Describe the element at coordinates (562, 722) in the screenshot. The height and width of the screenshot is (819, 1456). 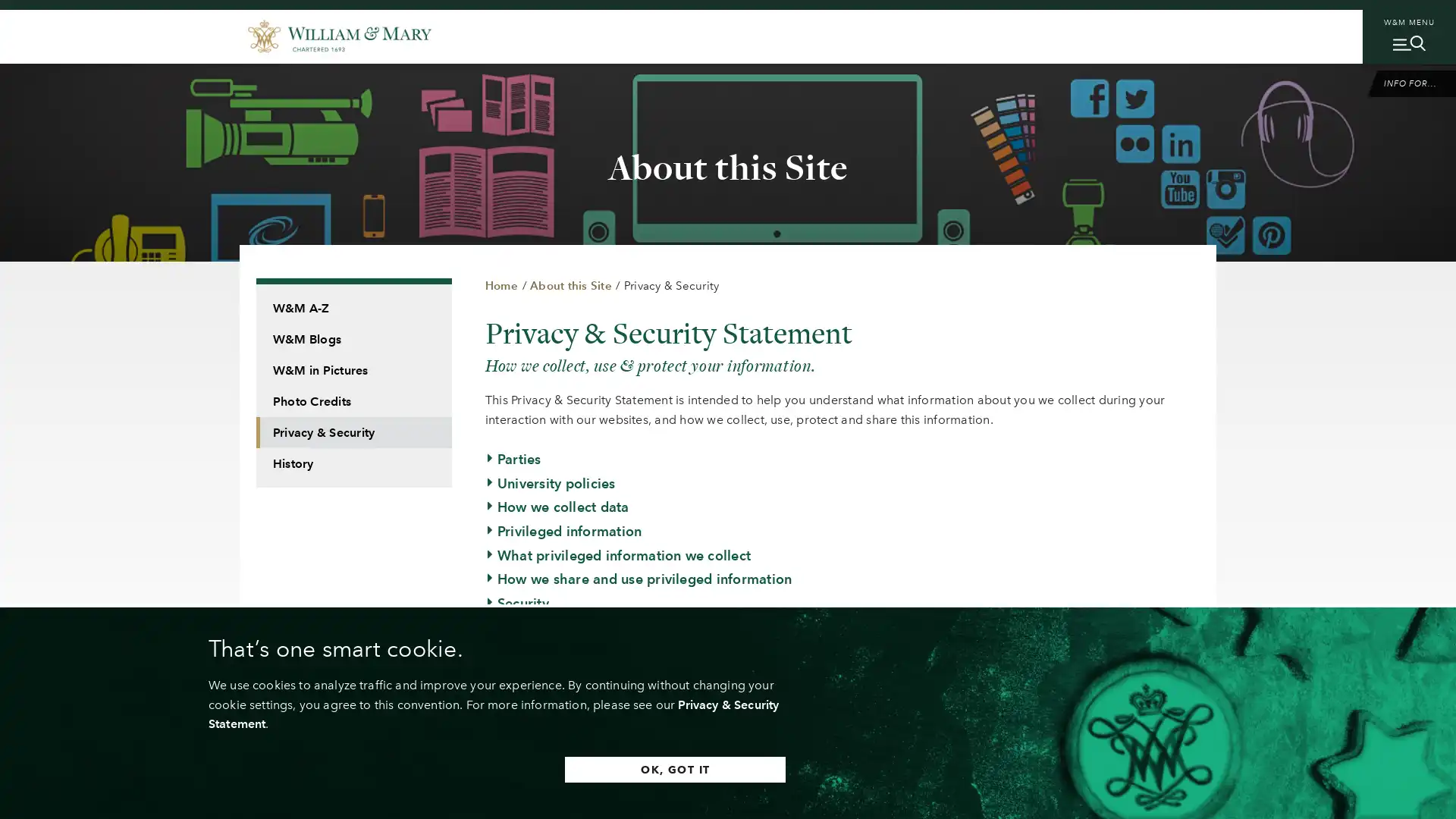
I see `3rd Party API Services` at that location.